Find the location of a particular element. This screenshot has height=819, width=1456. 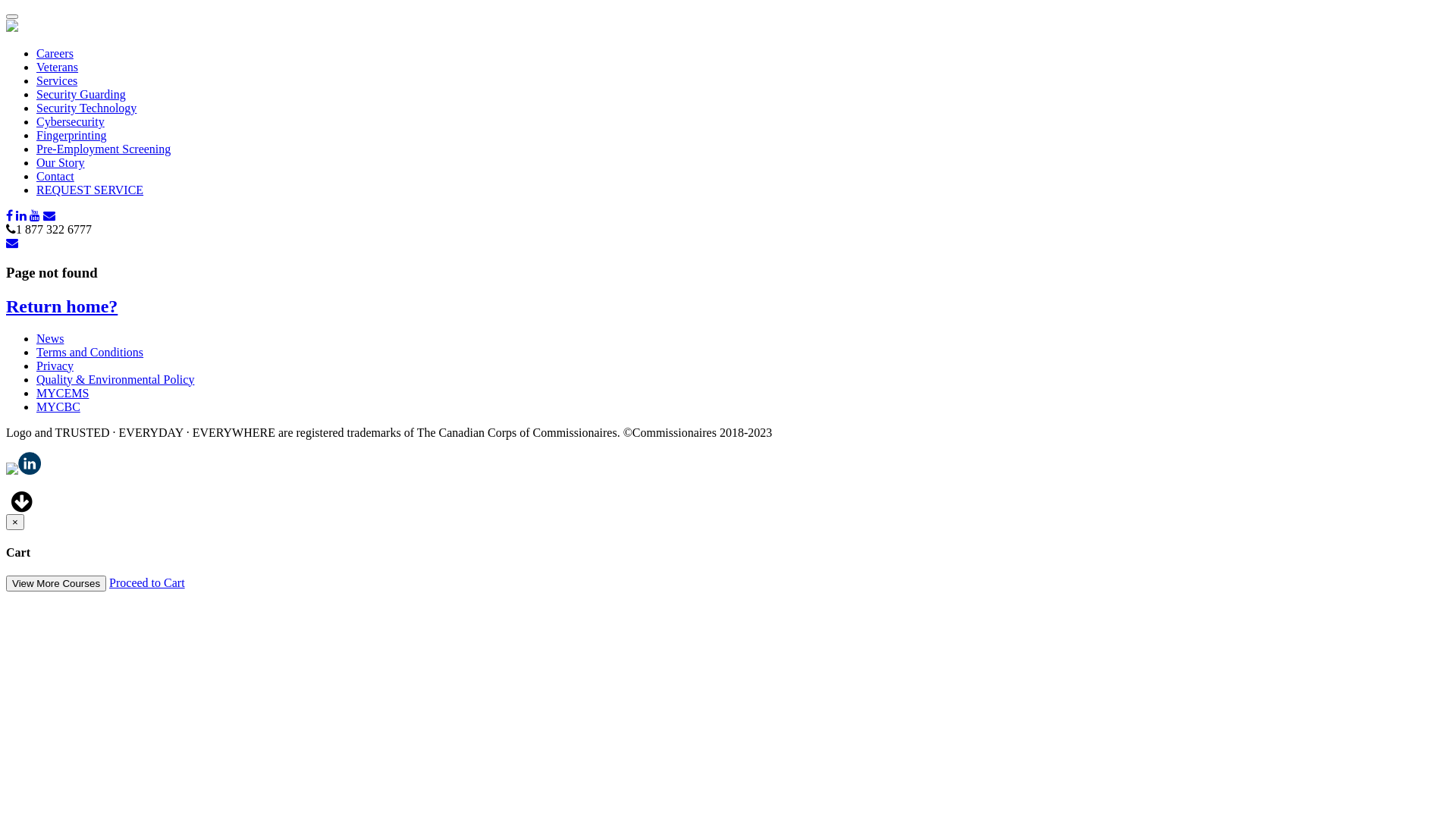

'View More Courses' is located at coordinates (55, 582).